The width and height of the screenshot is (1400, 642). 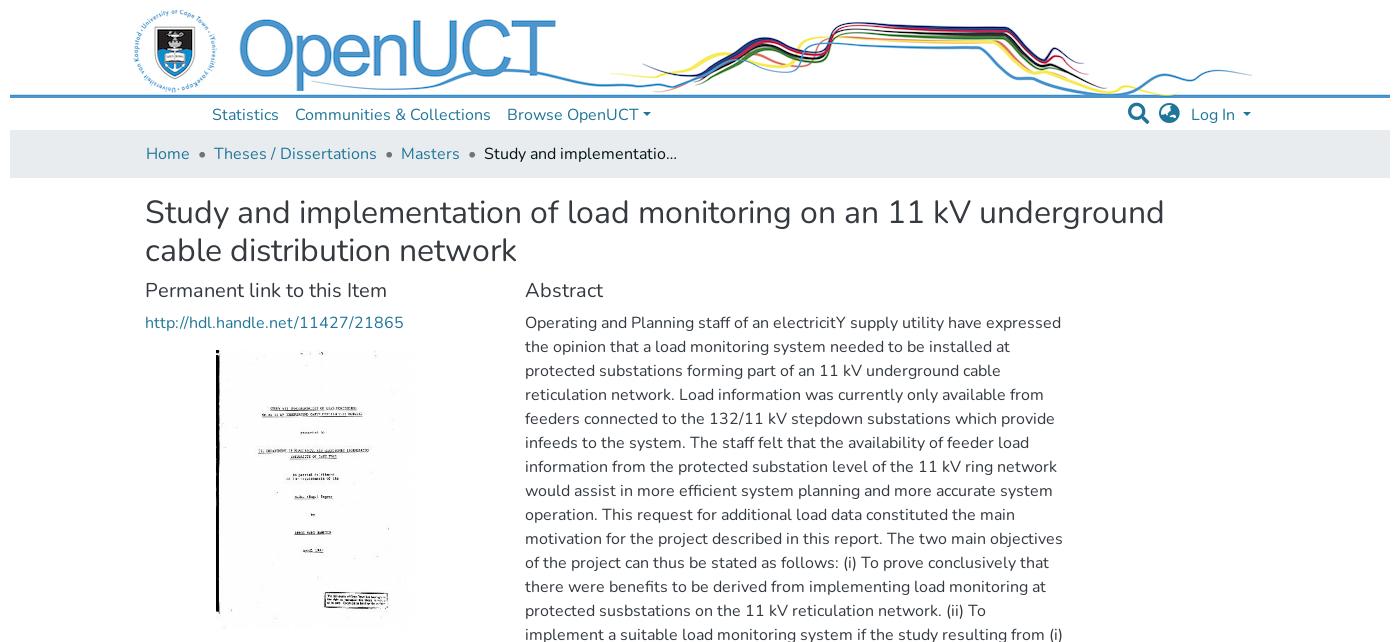 I want to click on 'Log In', so click(x=1213, y=114).